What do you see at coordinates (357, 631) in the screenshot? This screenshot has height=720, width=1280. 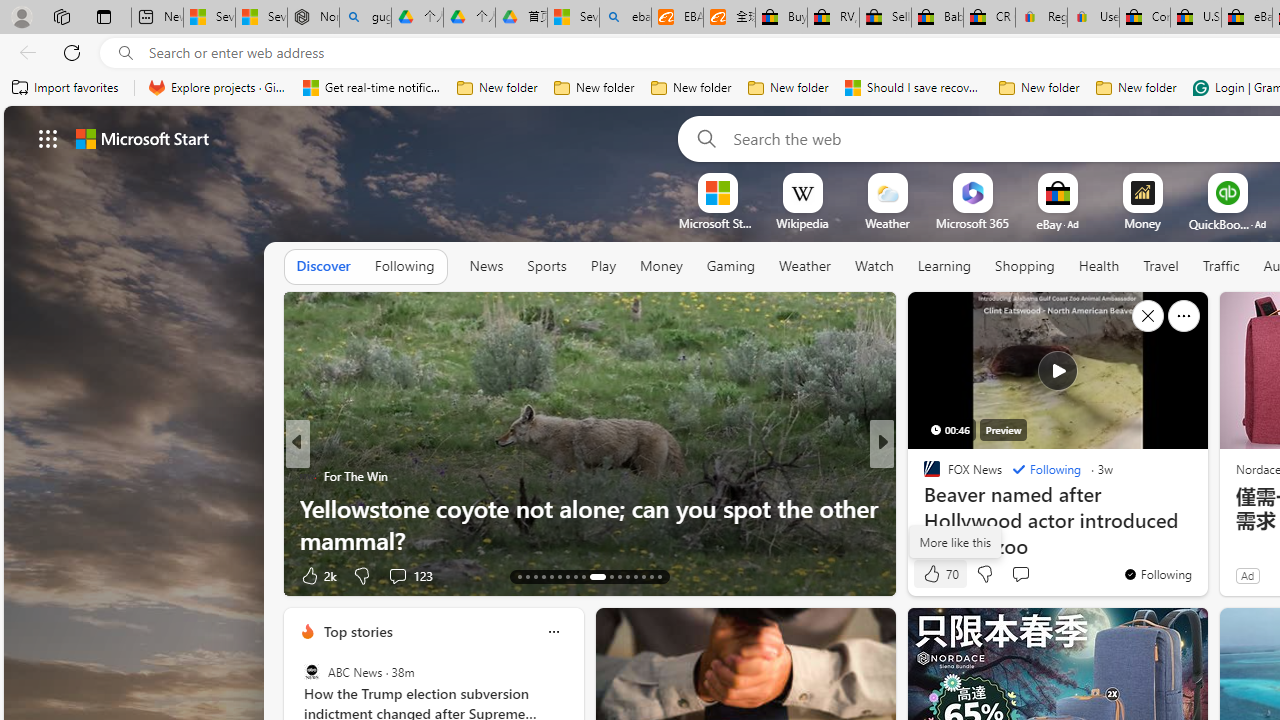 I see `'Top stories'` at bounding box center [357, 631].